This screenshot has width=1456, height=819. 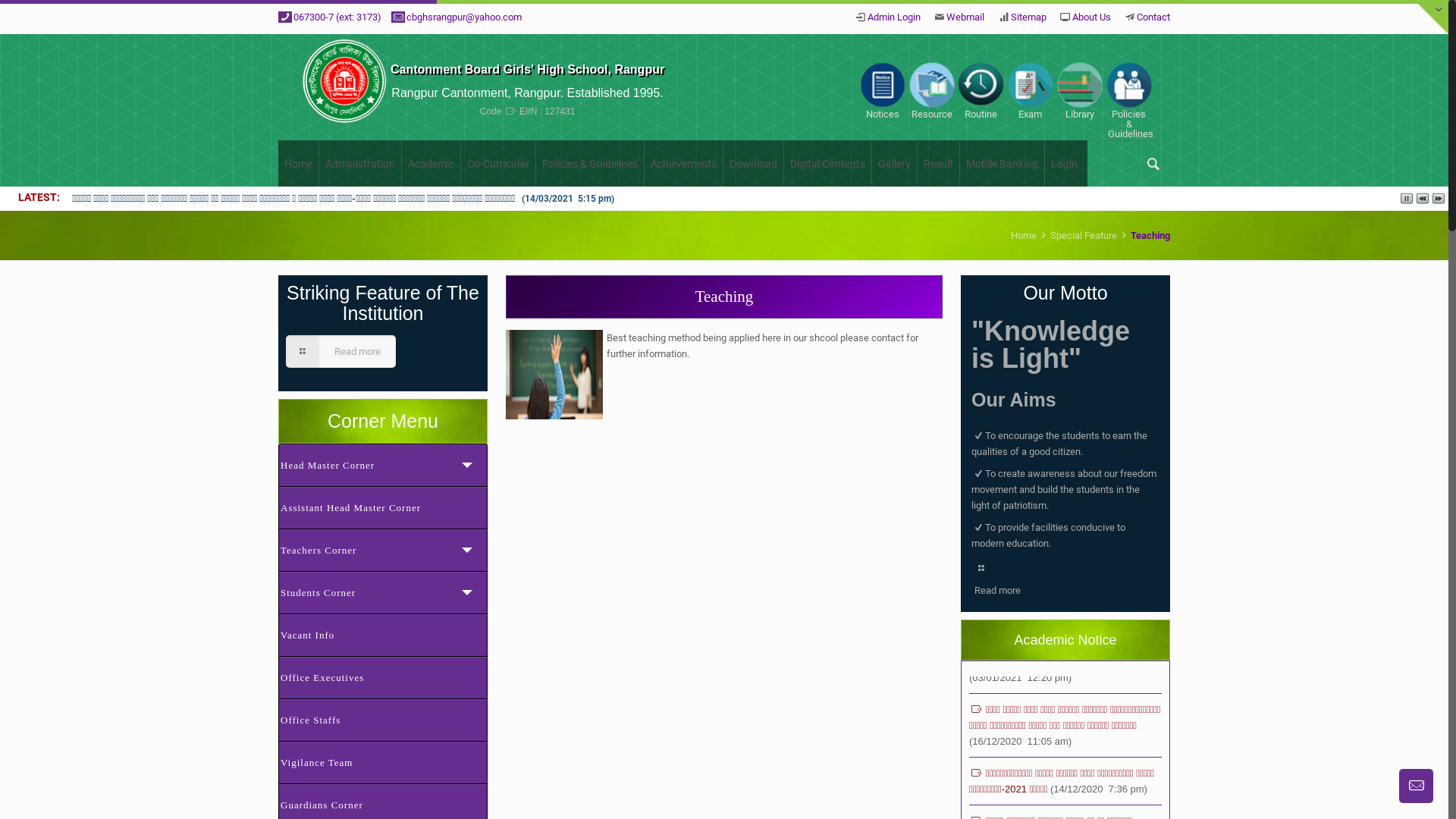 What do you see at coordinates (463, 17) in the screenshot?
I see `'cbghsrangpur@yahoo.com'` at bounding box center [463, 17].